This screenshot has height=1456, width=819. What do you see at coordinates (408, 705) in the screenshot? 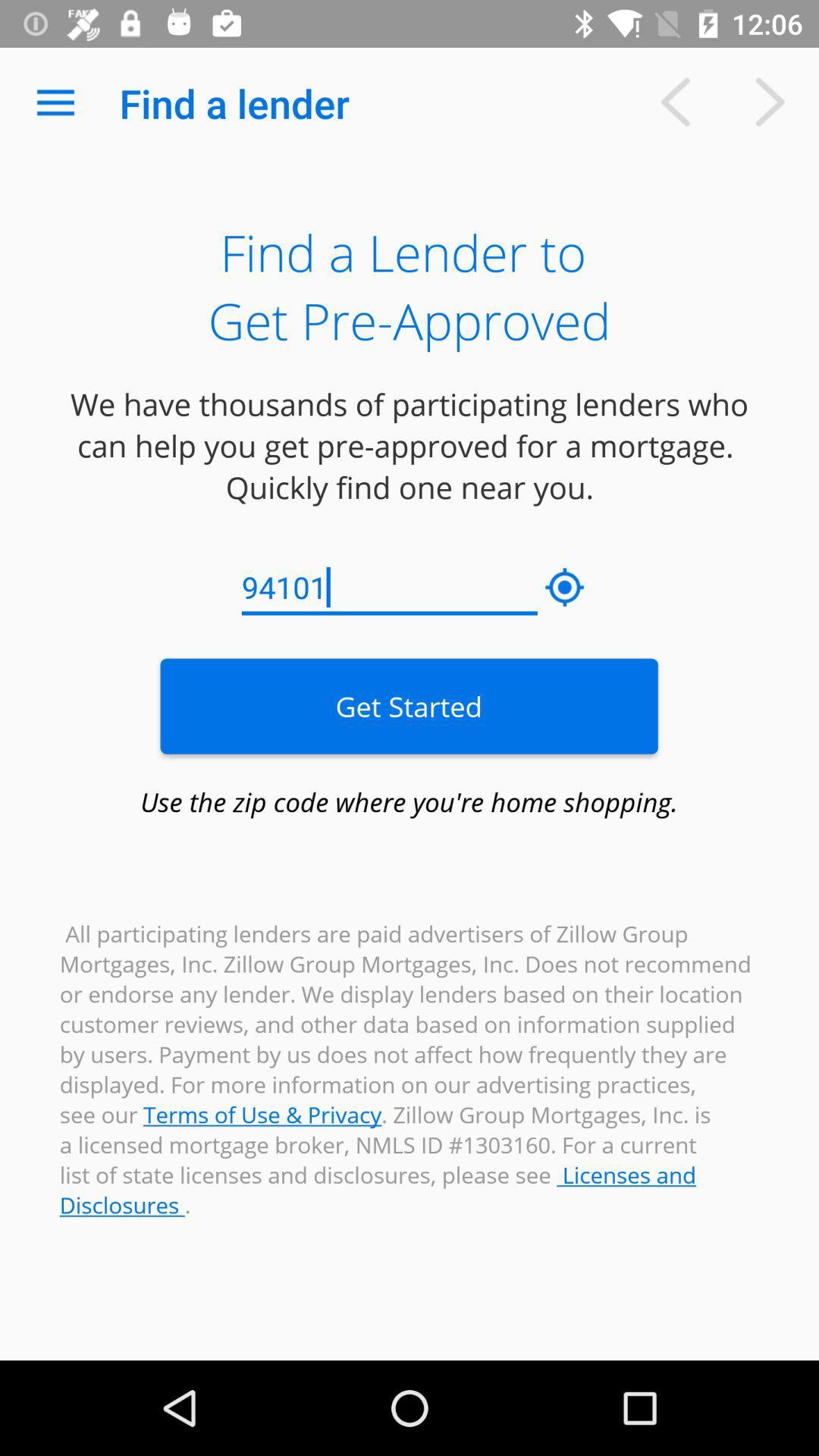
I see `the get started` at bounding box center [408, 705].